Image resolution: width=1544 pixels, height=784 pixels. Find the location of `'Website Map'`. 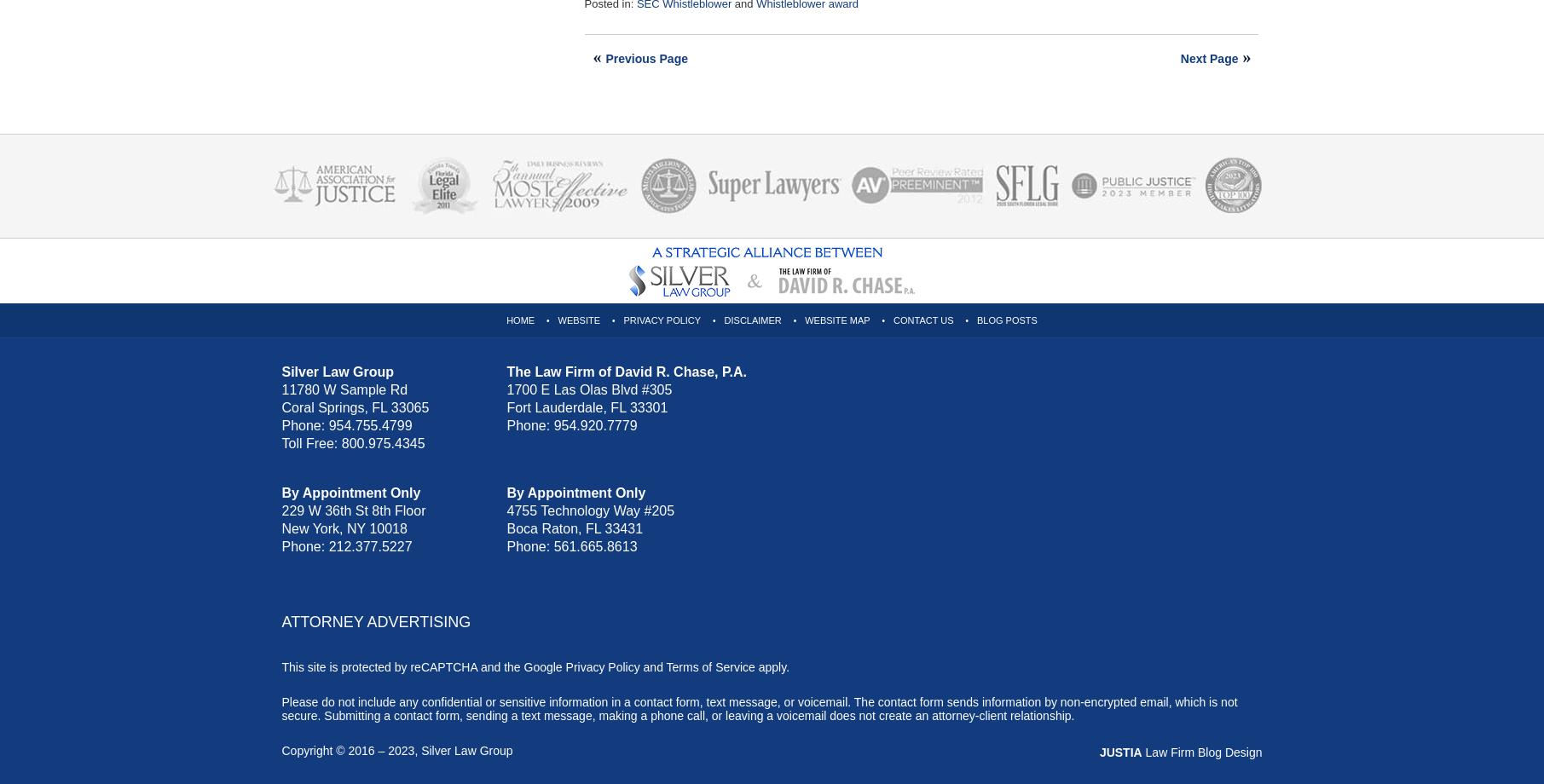

'Website Map' is located at coordinates (836, 320).